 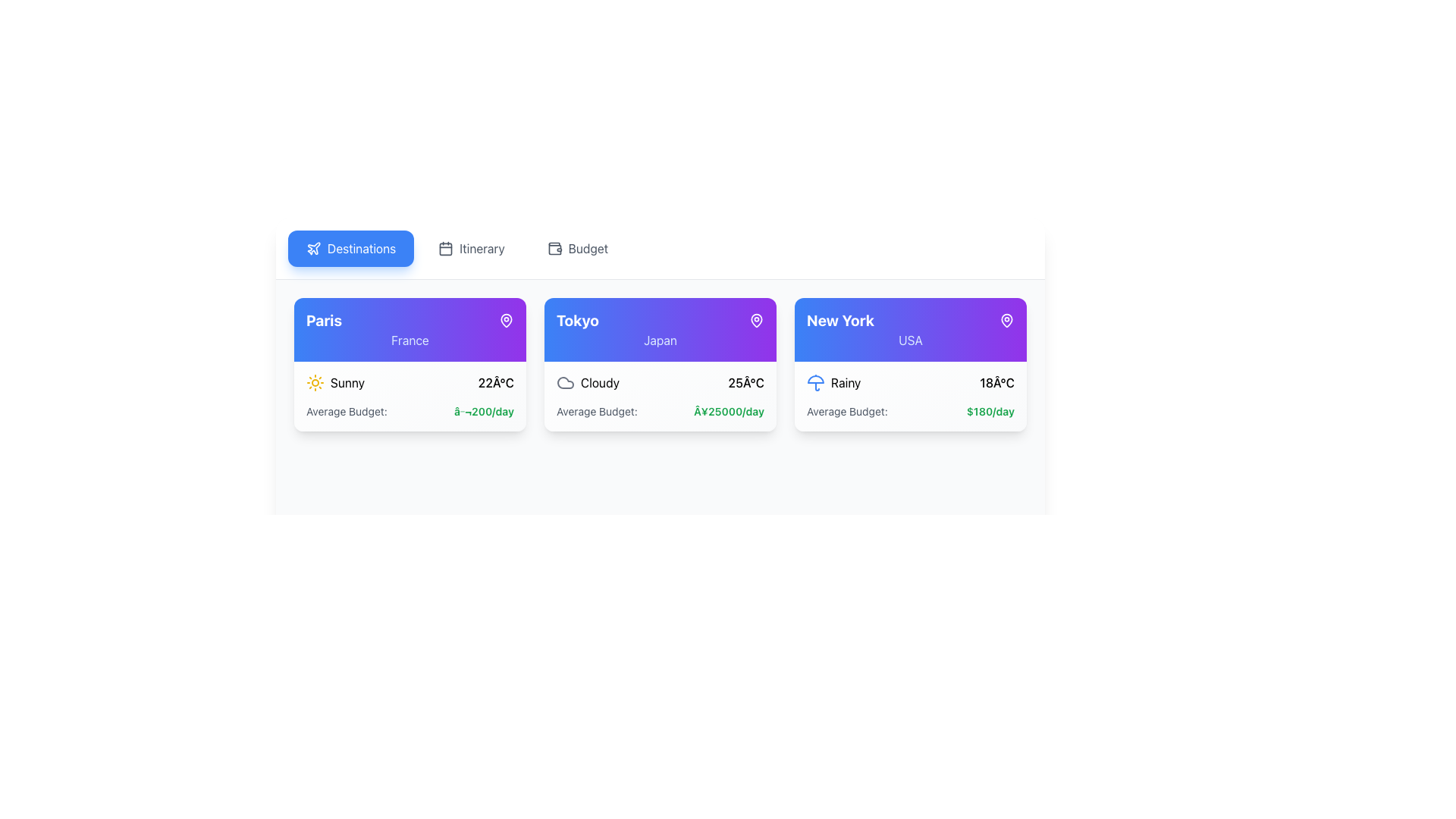 What do you see at coordinates (506, 320) in the screenshot?
I see `the icon representing the location association of the card symbolizing 'Paris', located in the top-right corner of the Paris card's header section, adjacent to the label 'Paris'` at bounding box center [506, 320].